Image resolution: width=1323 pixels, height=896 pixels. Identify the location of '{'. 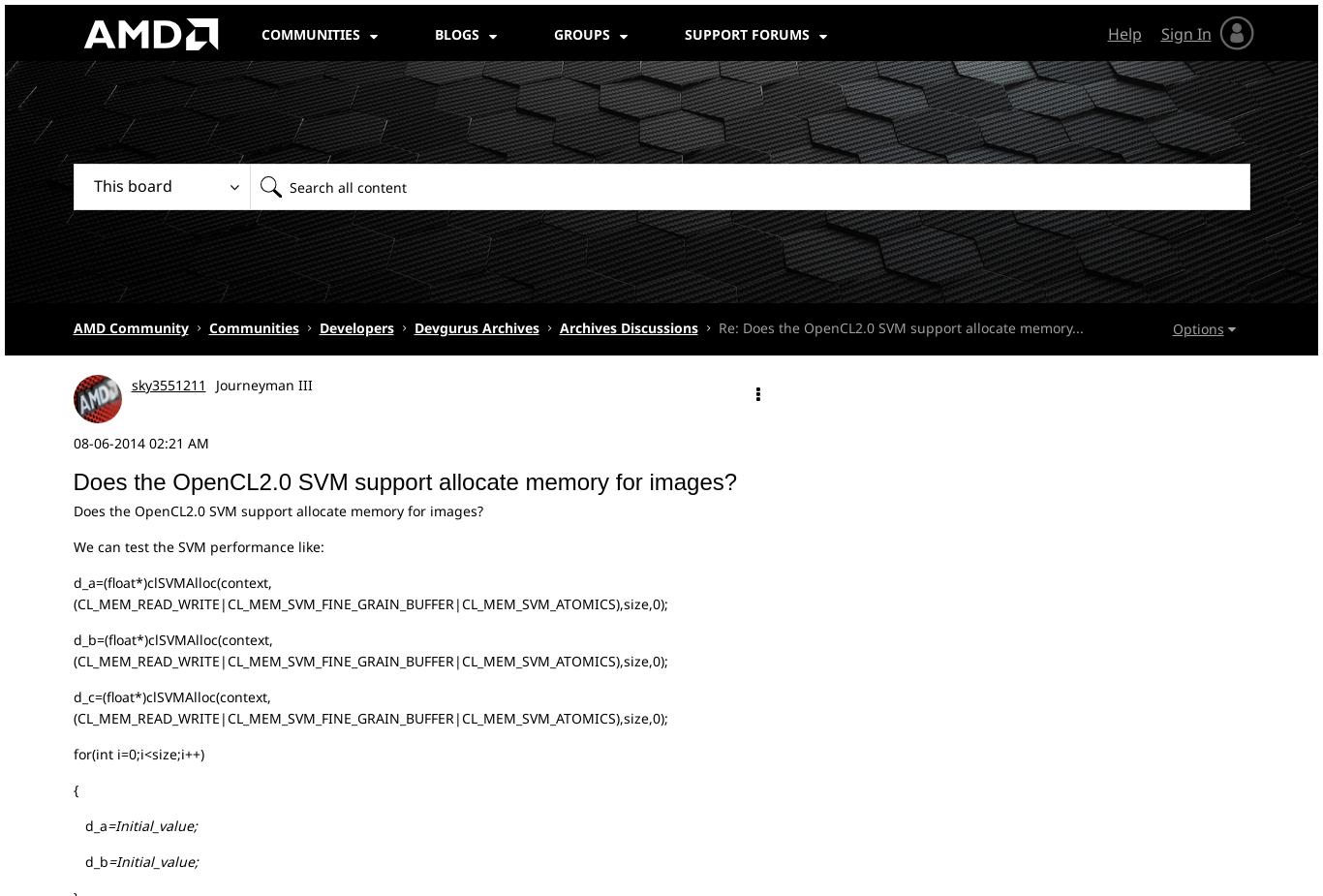
(75, 788).